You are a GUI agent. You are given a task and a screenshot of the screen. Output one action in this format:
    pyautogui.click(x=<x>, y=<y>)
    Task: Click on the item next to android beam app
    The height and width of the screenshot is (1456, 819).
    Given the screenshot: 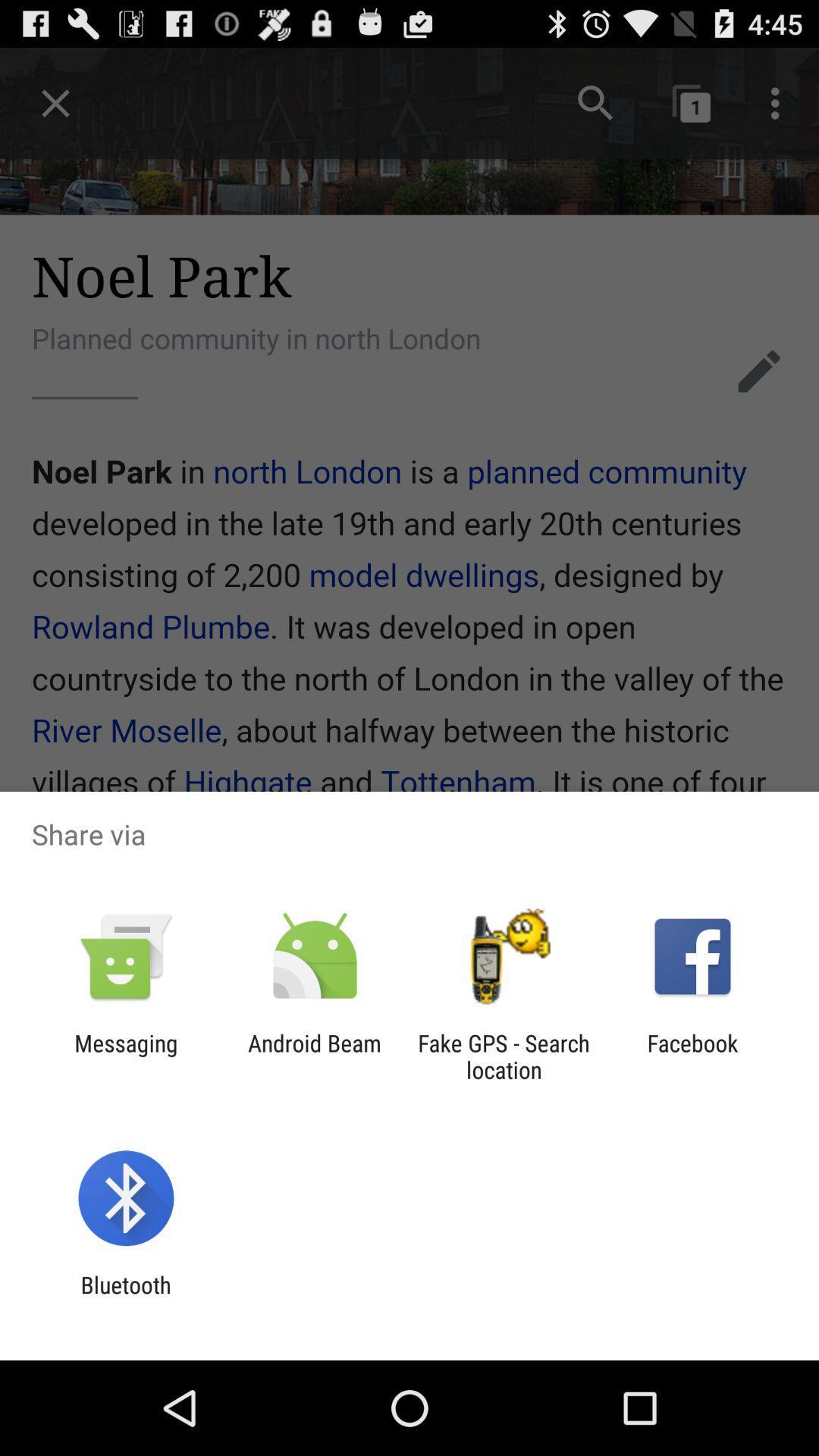 What is the action you would take?
    pyautogui.click(x=504, y=1056)
    